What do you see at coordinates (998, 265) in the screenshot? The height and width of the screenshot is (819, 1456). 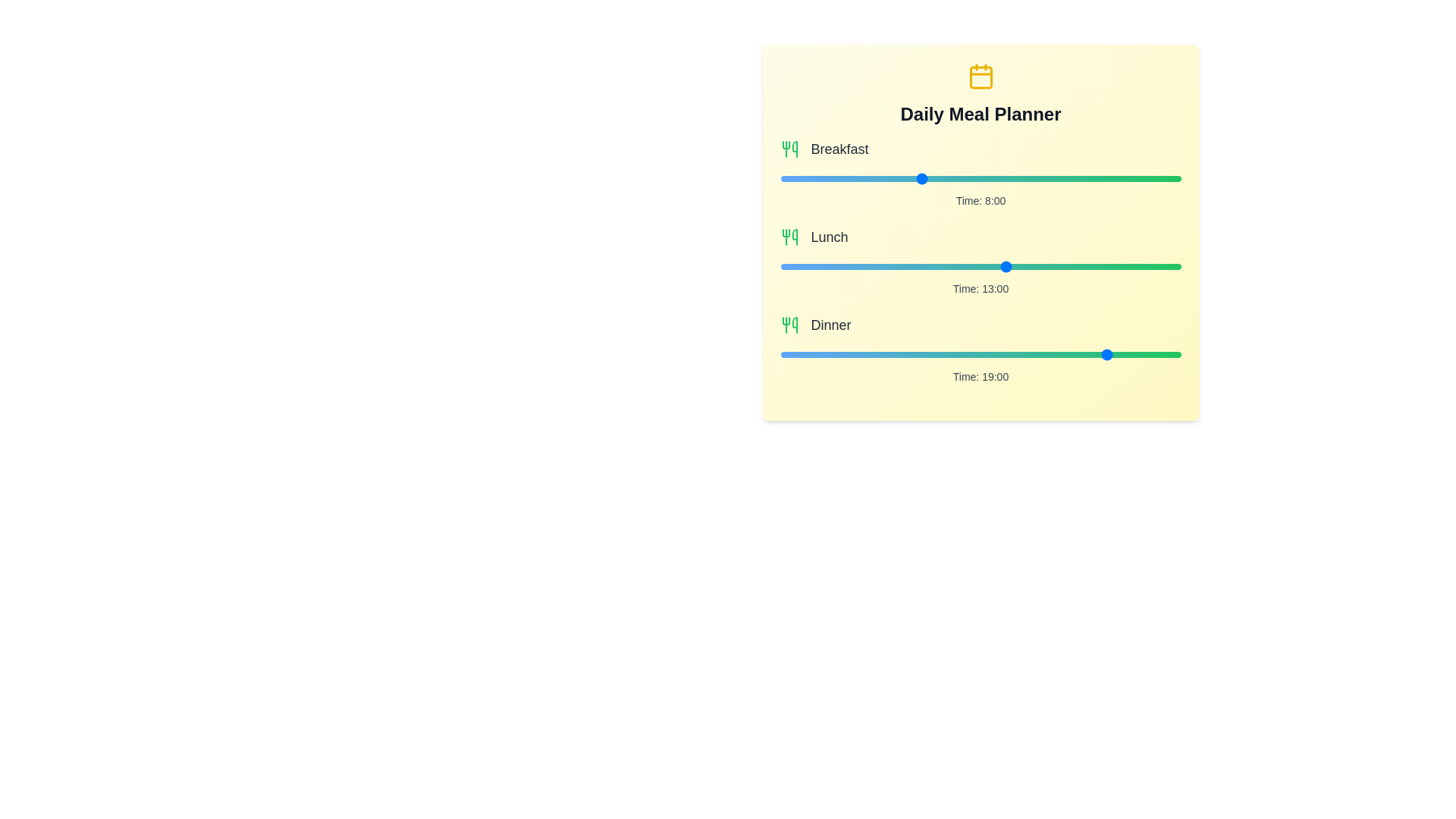 I see `the 1 slider to 1 hours` at bounding box center [998, 265].